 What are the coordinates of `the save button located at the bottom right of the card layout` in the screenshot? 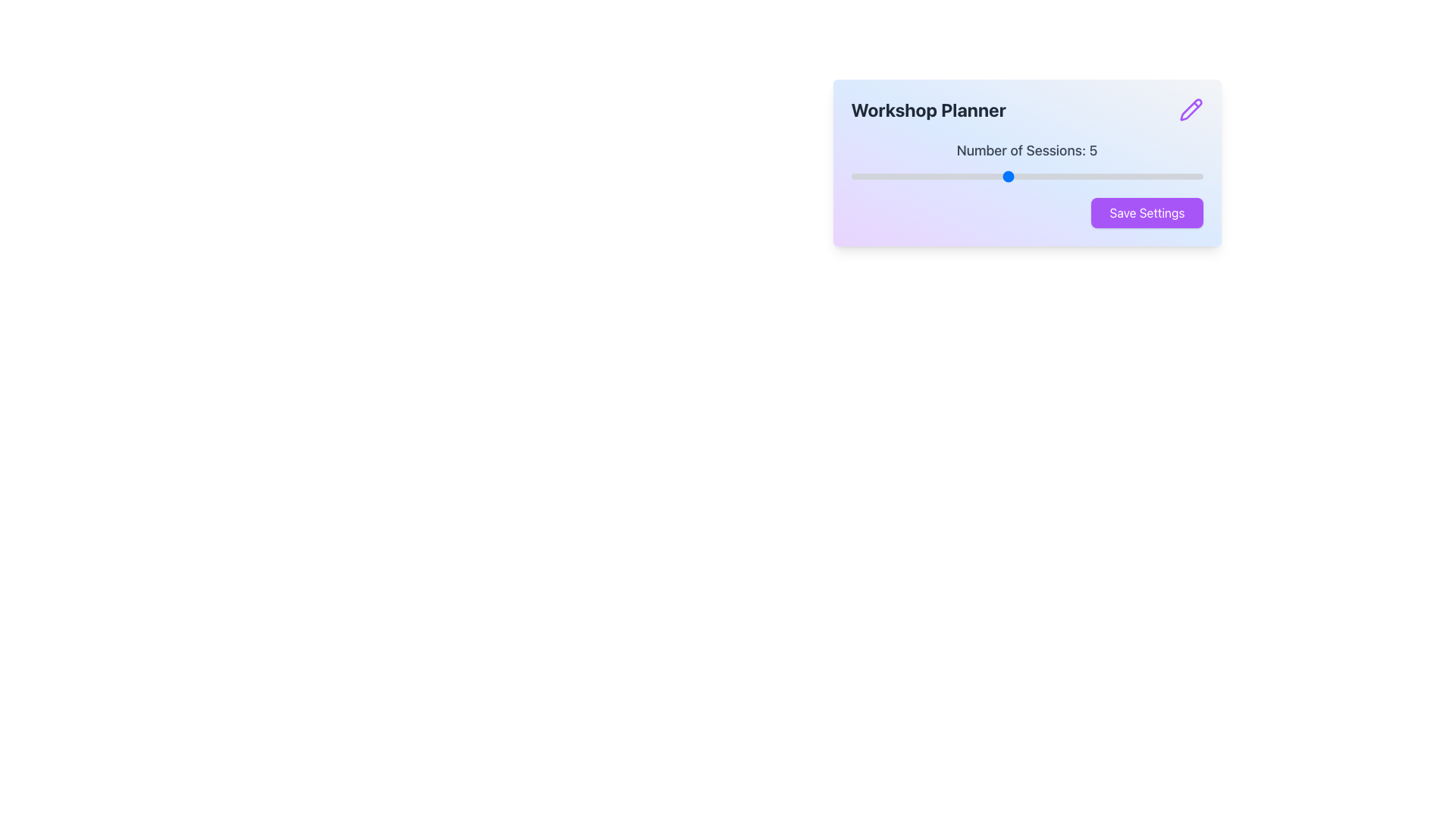 It's located at (1147, 213).